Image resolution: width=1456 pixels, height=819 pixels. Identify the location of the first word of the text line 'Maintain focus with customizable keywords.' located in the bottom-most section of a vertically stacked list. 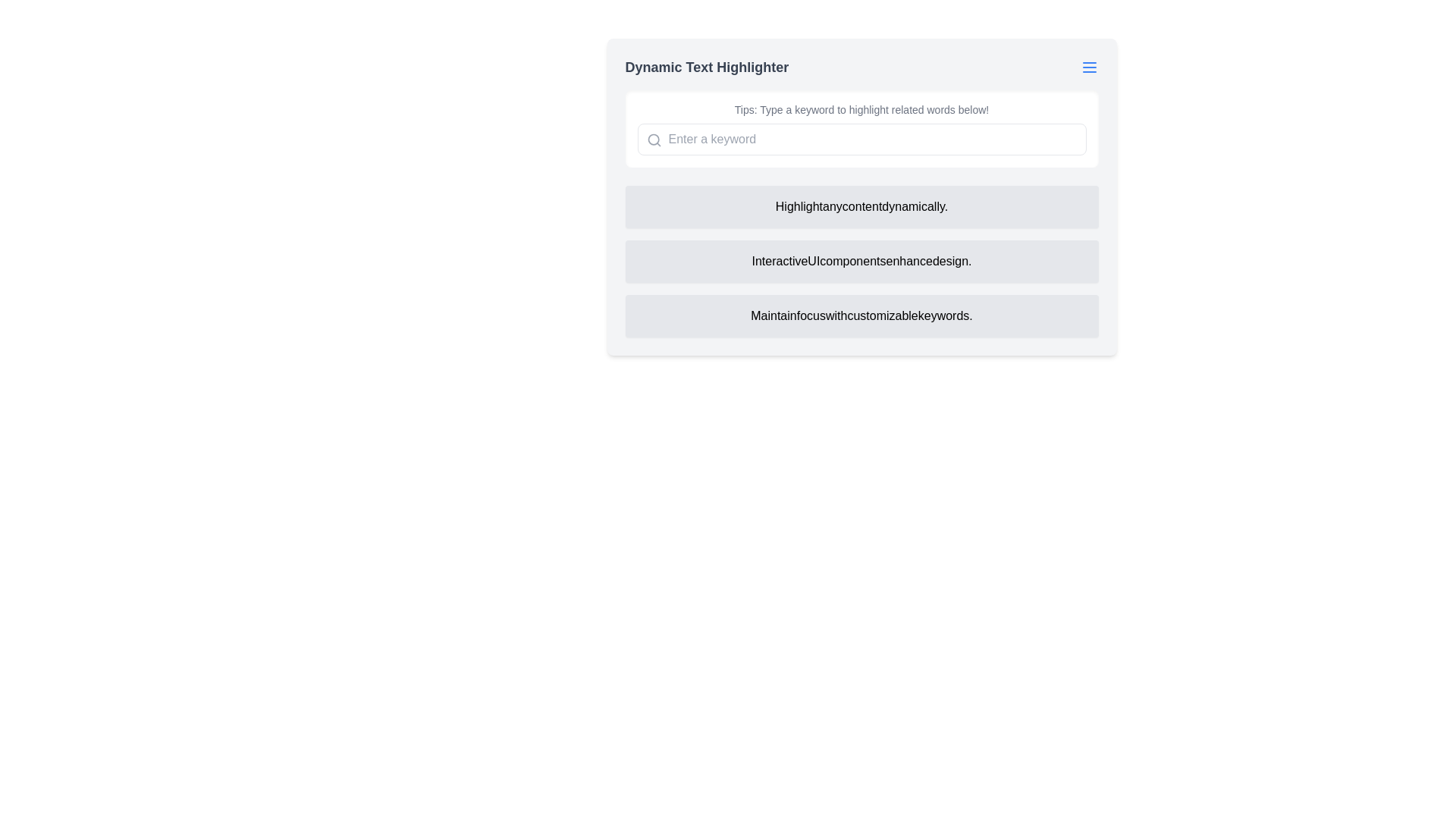
(773, 315).